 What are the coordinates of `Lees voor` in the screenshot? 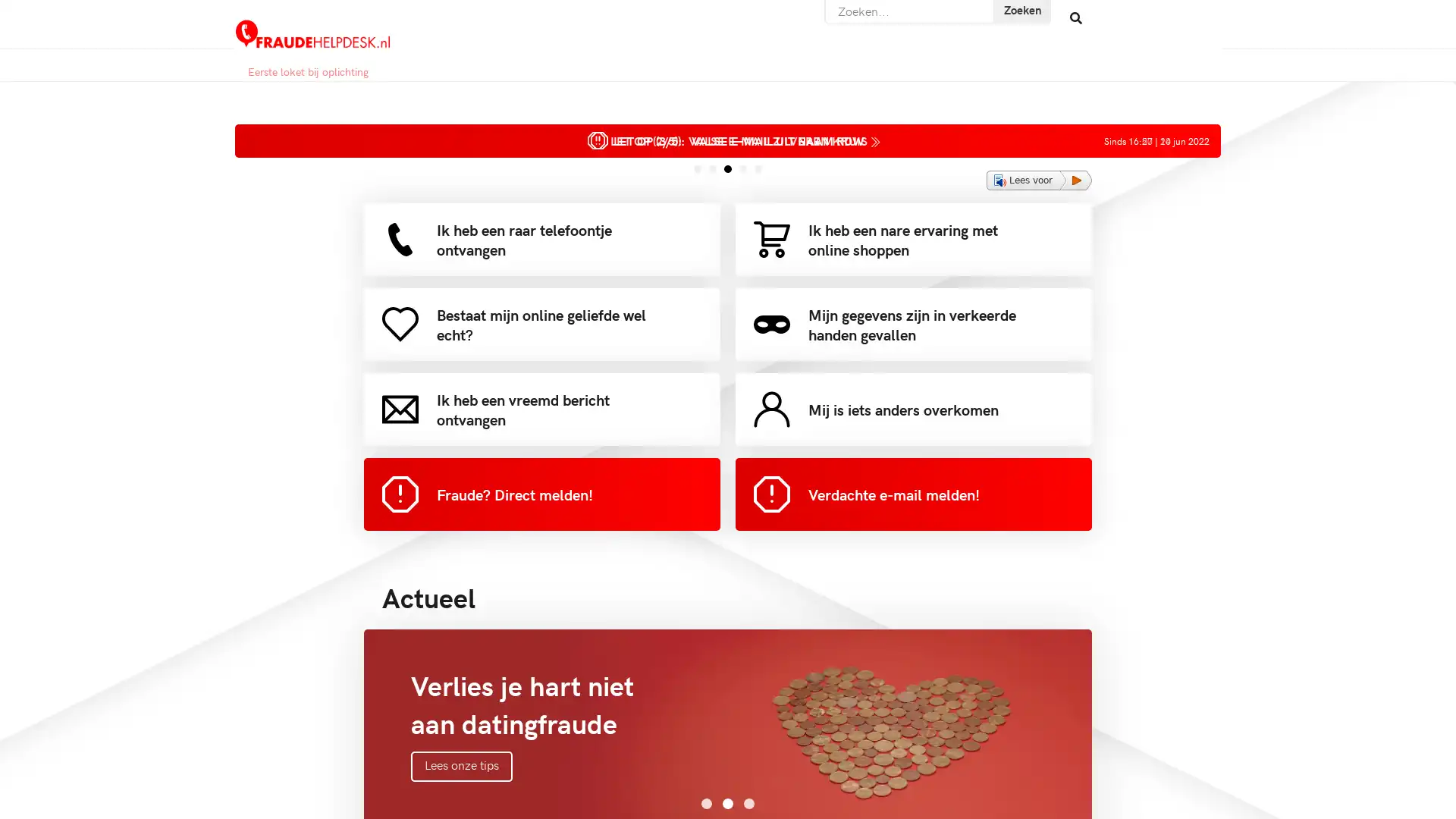 It's located at (1038, 180).